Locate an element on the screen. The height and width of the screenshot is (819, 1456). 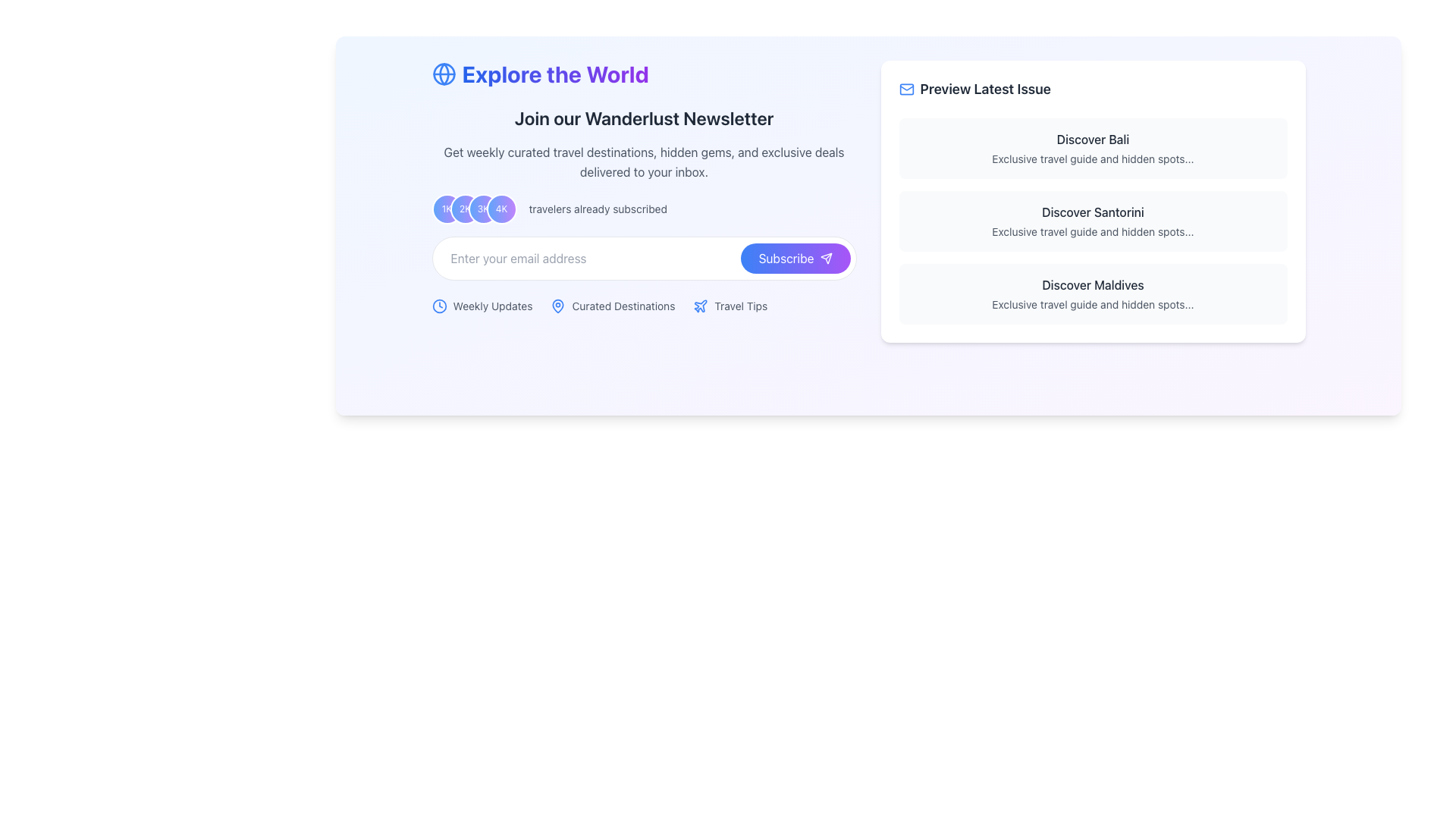
the text element that contains the phrase 'travelers already subscribed', located to the right of the circular icons labeled '1K', '2K', '3K', and '4K' is located at coordinates (597, 209).